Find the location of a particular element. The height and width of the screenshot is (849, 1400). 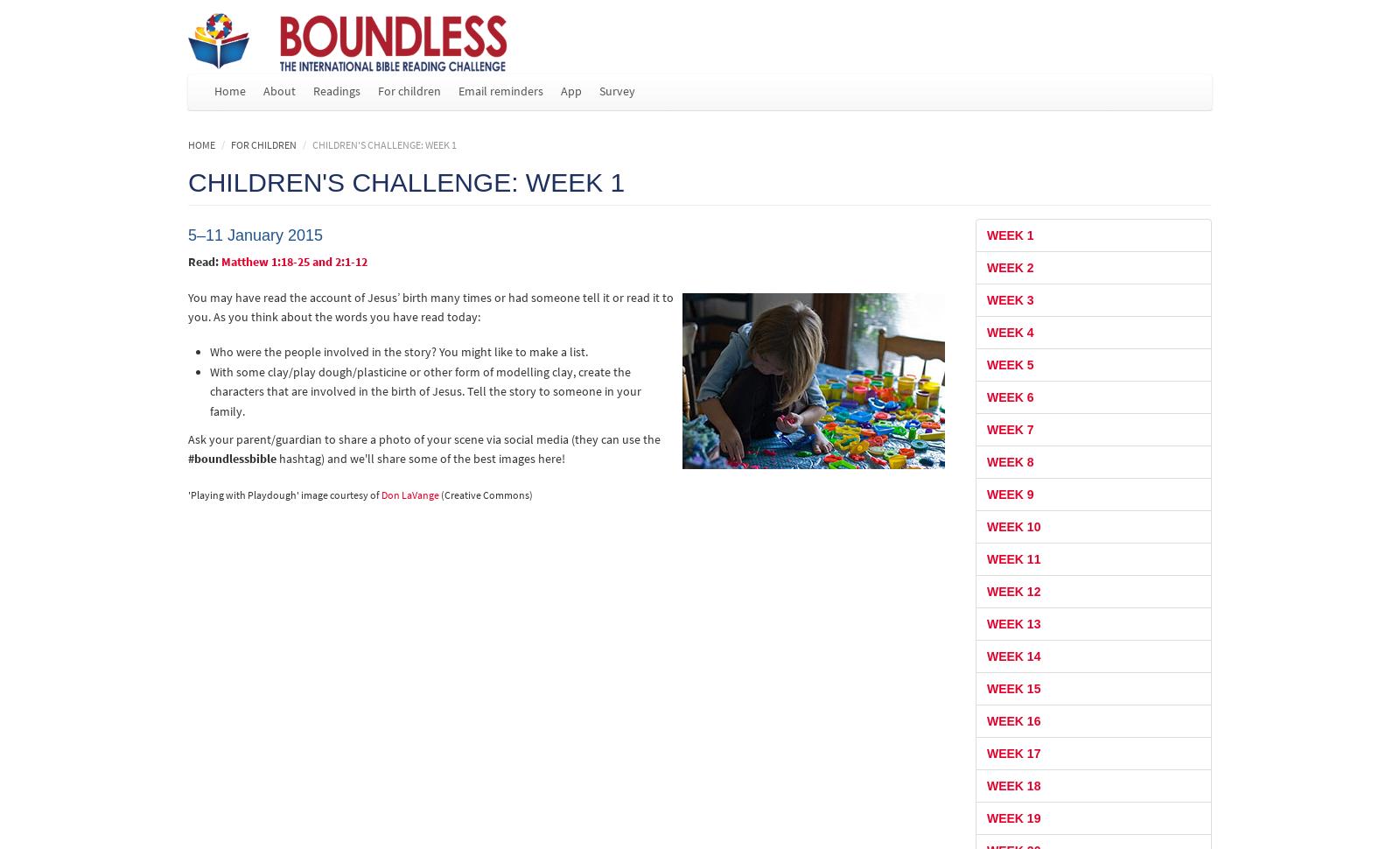

'Week 9' is located at coordinates (1009, 492).